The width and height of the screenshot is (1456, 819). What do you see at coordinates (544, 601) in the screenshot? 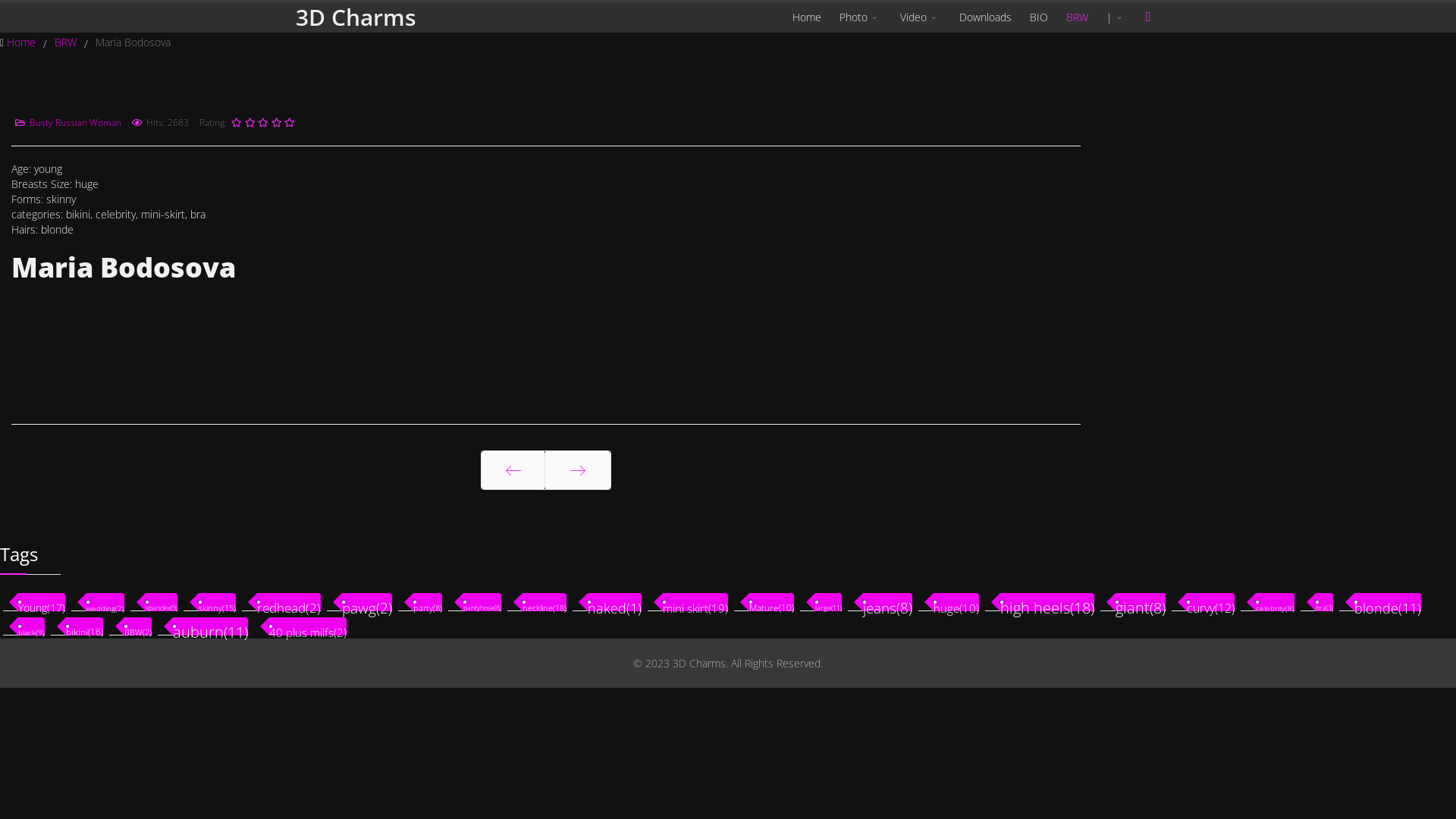
I see `'neckline(18)'` at bounding box center [544, 601].